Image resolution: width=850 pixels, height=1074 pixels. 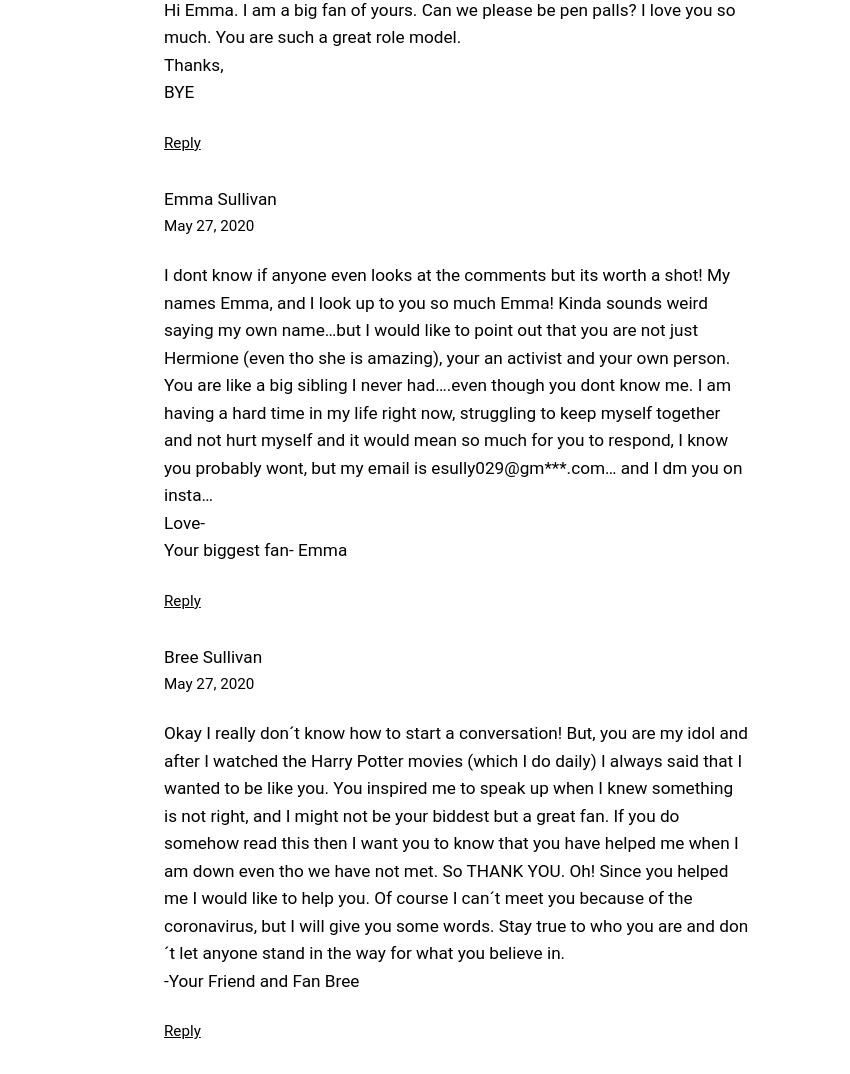 What do you see at coordinates (183, 521) in the screenshot?
I see `'Love-'` at bounding box center [183, 521].